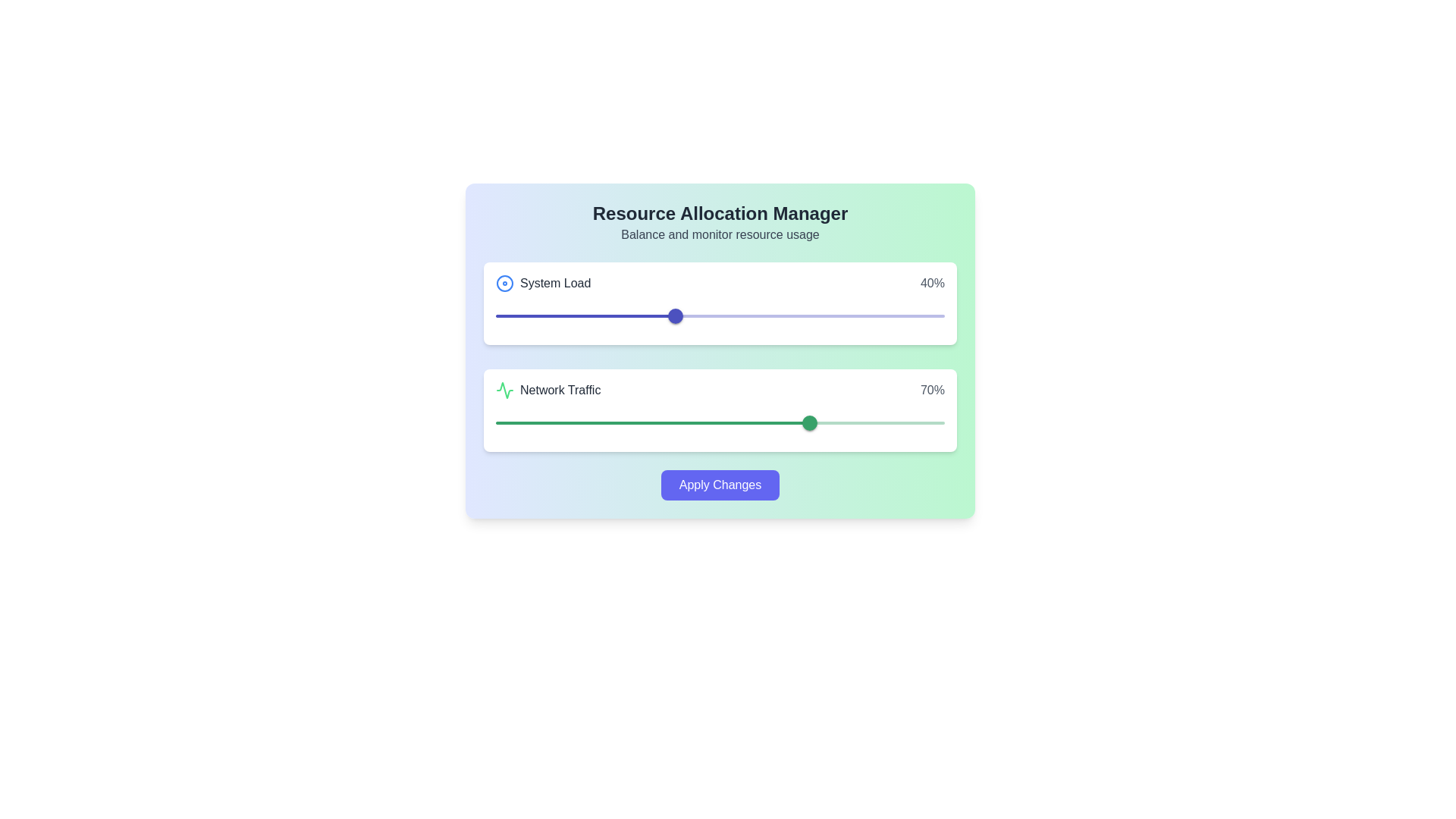 The width and height of the screenshot is (1456, 819). Describe the element at coordinates (628, 315) in the screenshot. I see `the slider` at that location.